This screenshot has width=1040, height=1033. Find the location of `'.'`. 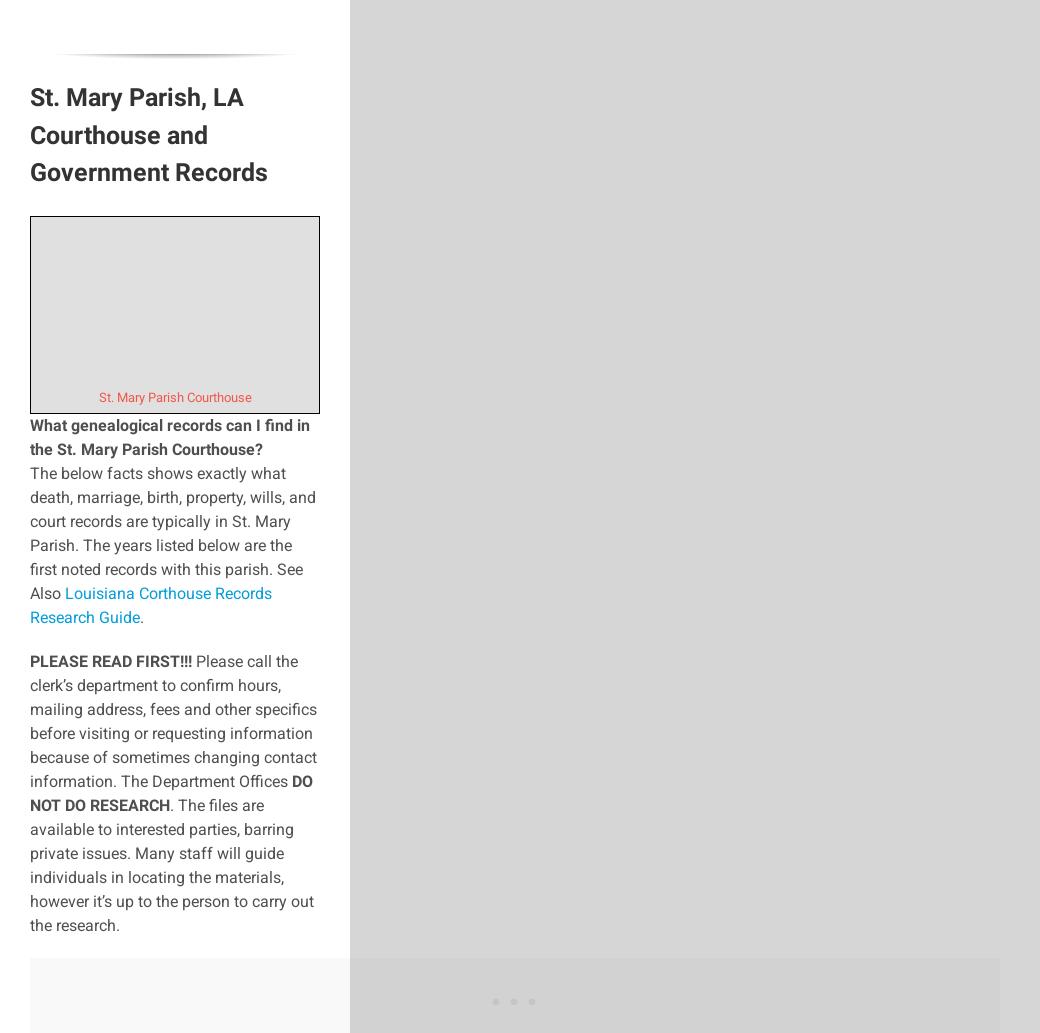

'.' is located at coordinates (141, 615).